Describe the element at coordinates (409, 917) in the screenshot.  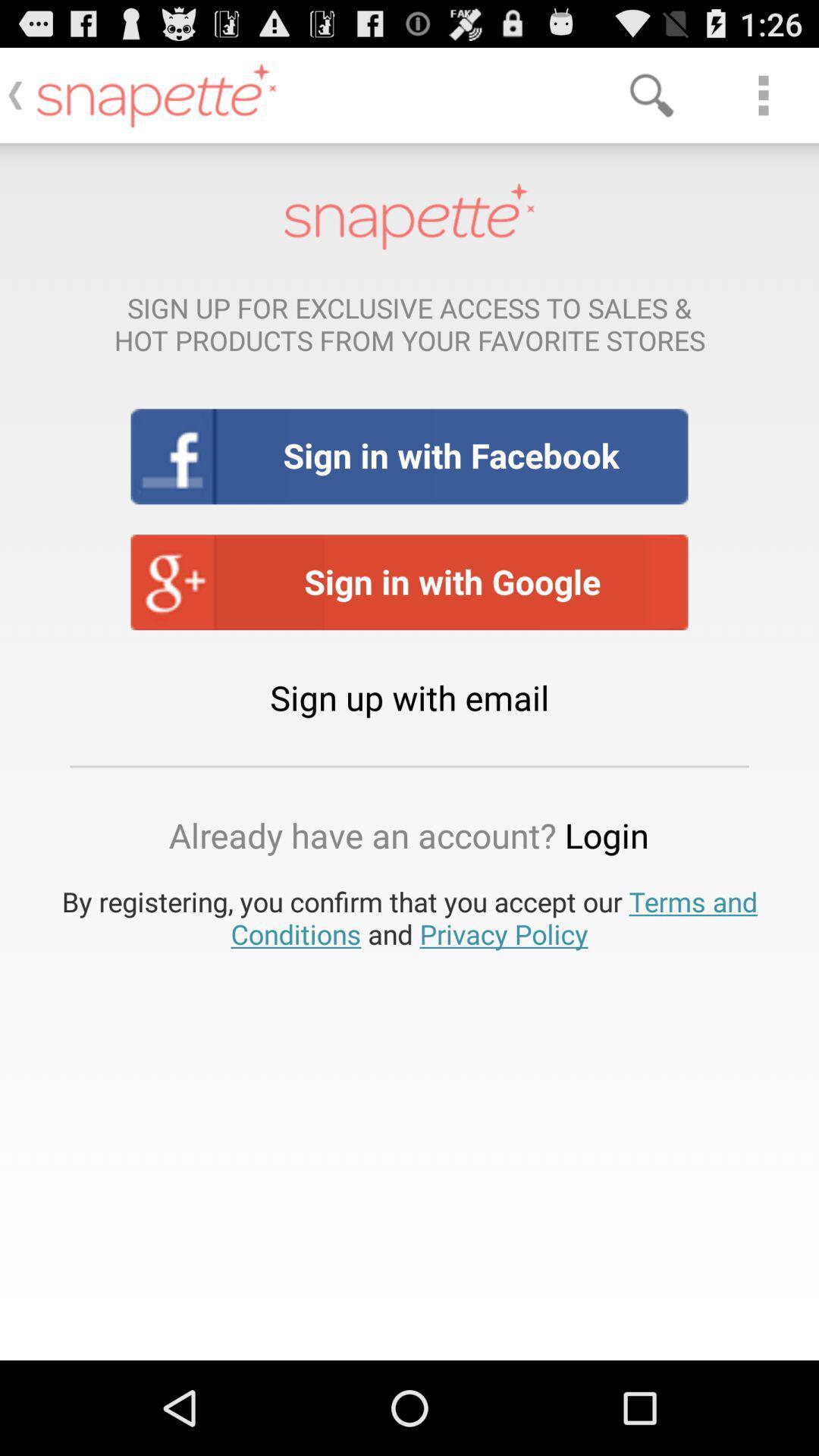
I see `icon below already have an button` at that location.